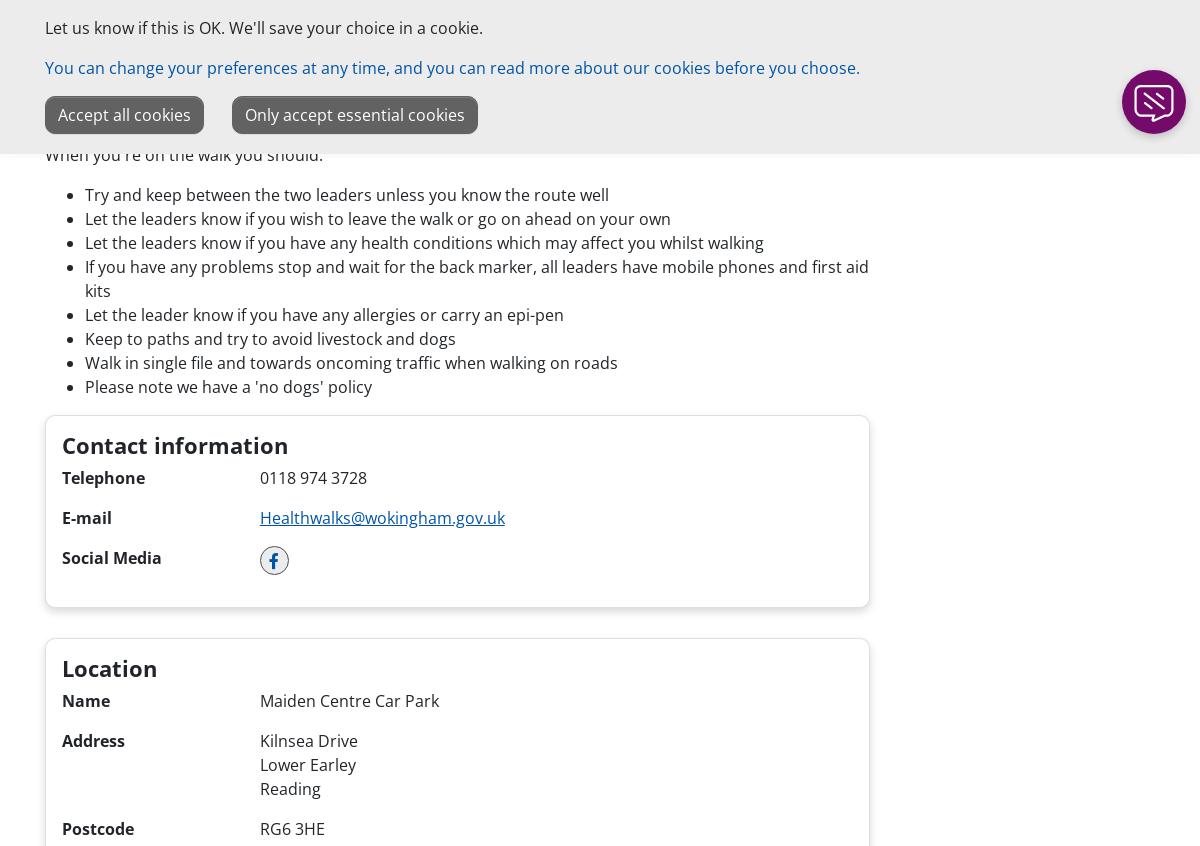  Describe the element at coordinates (62, 557) in the screenshot. I see `'Social Media'` at that location.